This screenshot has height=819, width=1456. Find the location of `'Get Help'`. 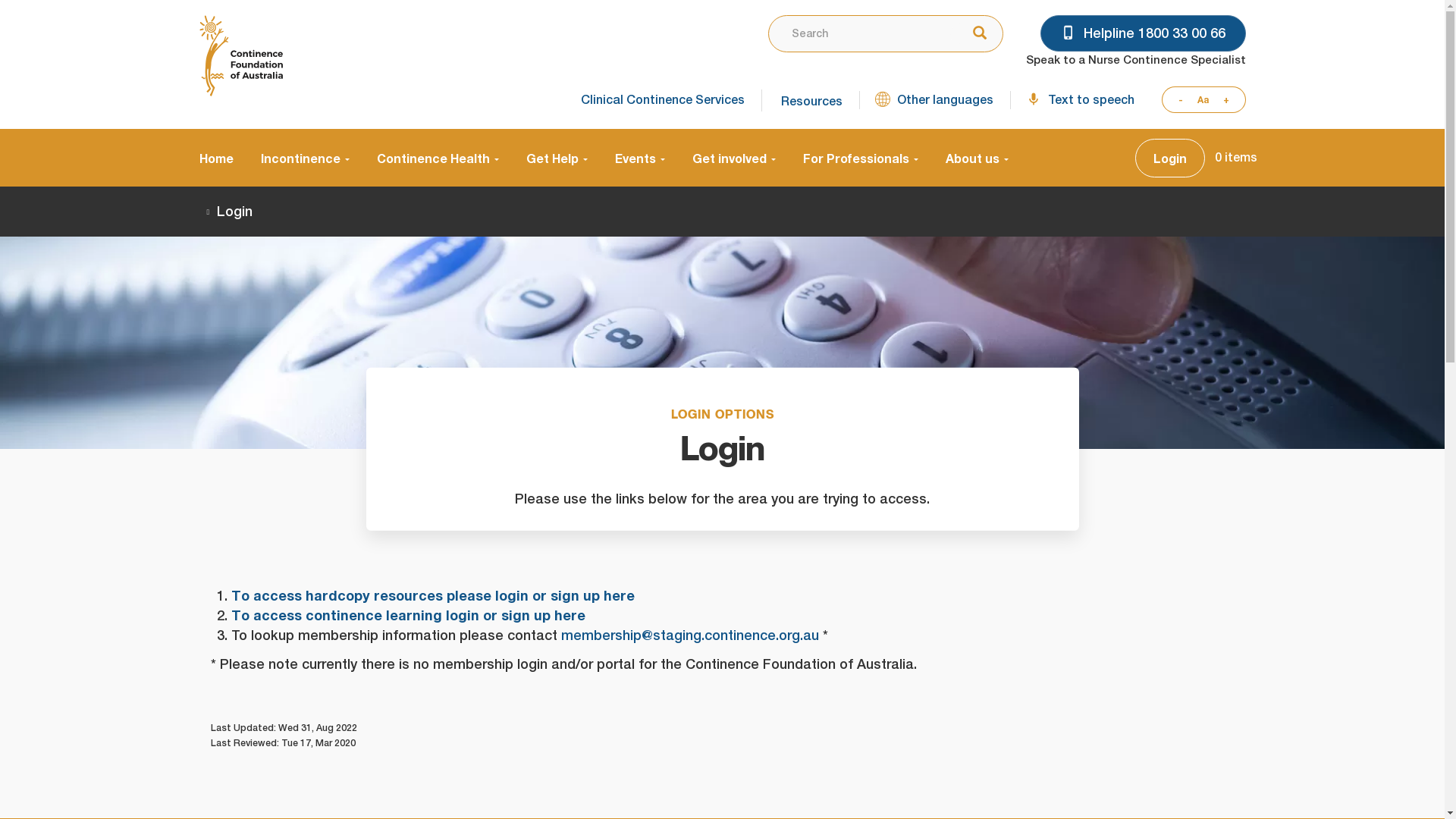

'Get Help' is located at coordinates (556, 158).